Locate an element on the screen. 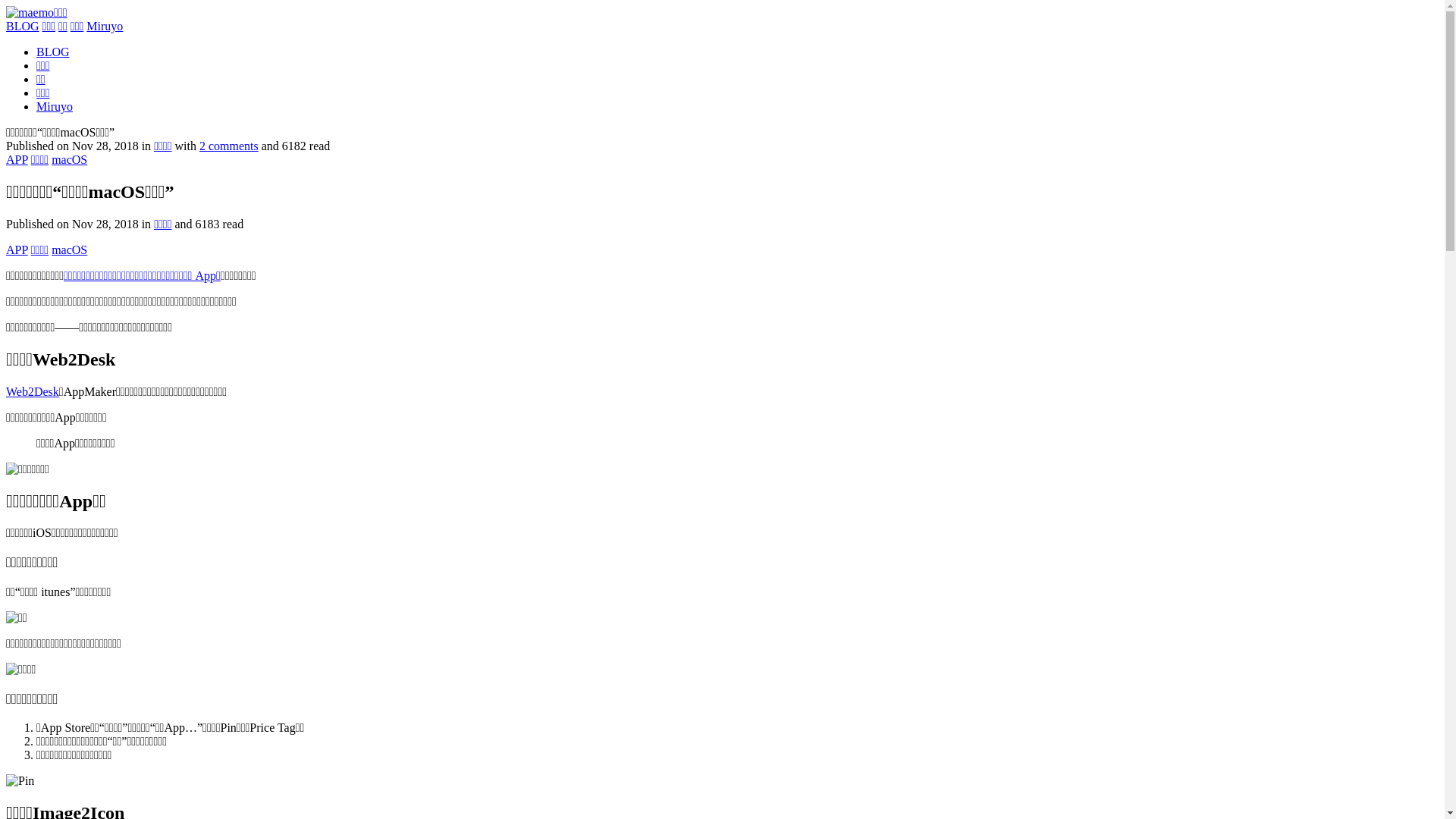 The image size is (1456, 819). 'Miruyo' is located at coordinates (104, 26).